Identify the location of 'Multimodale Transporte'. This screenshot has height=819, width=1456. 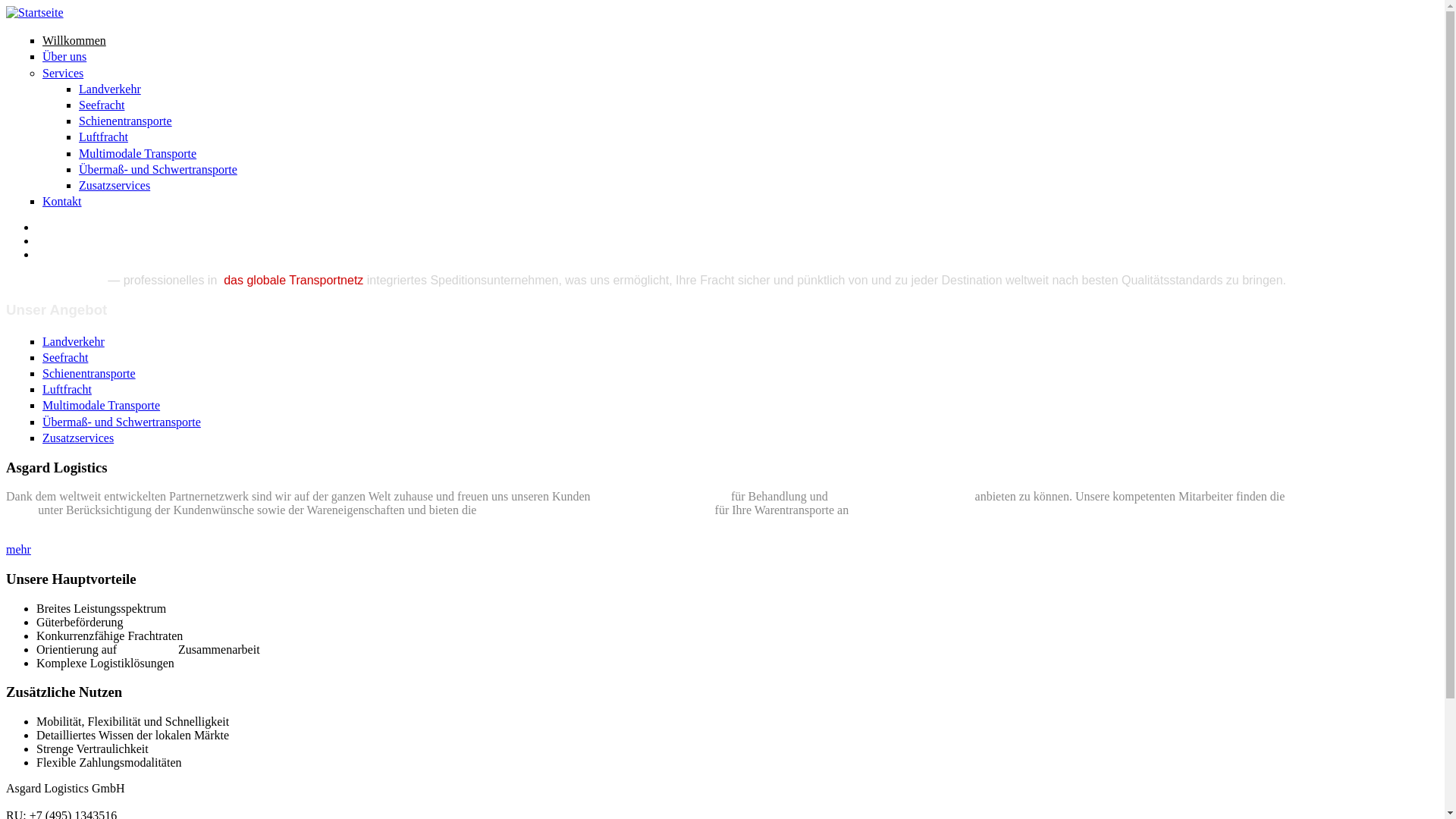
(42, 404).